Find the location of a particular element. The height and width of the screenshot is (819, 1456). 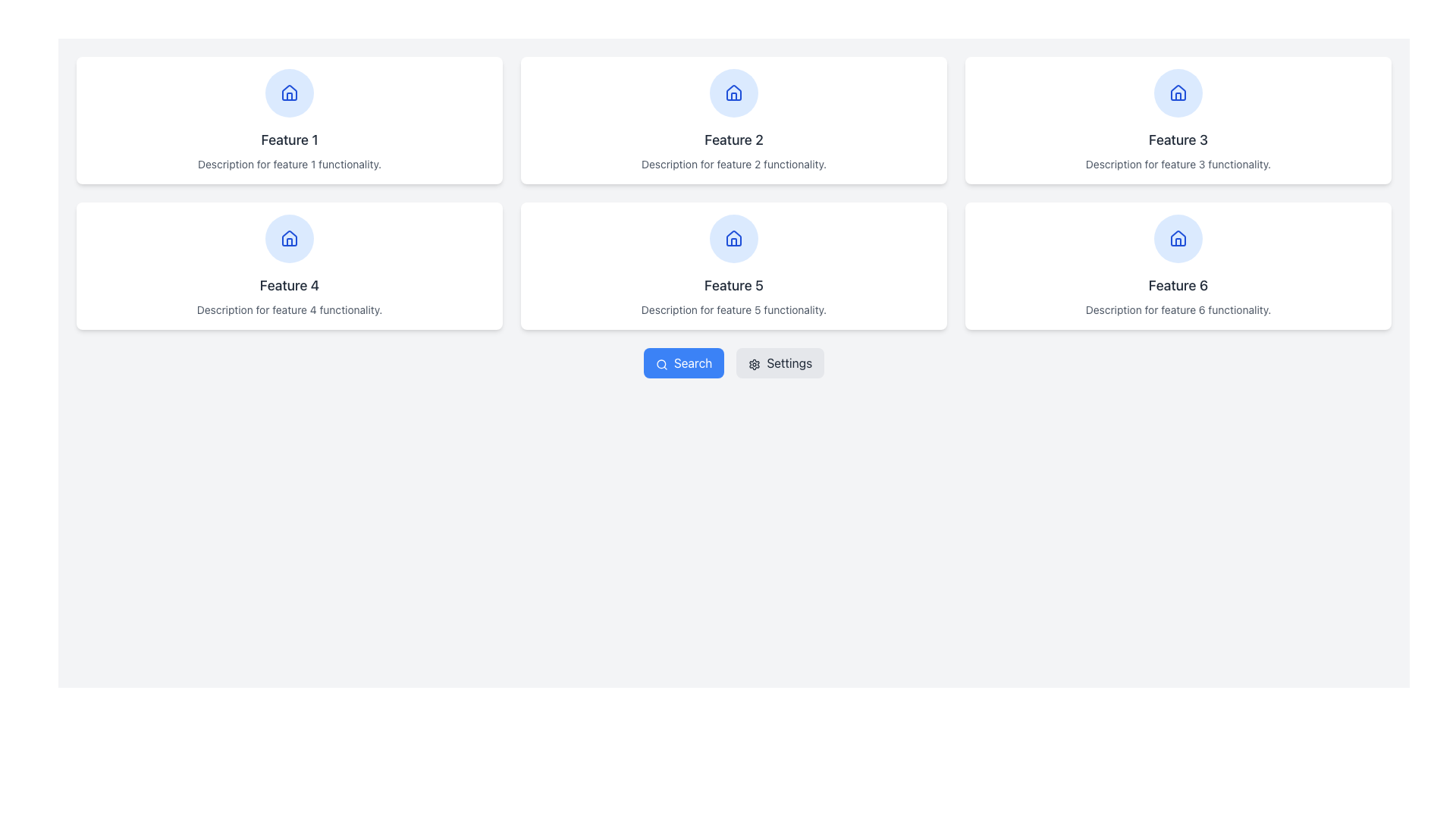

the text label displaying 'Description for feature 6 functionality.' which is located below the title 'Feature 6' in the bottom-right corner of the grid layout is located at coordinates (1178, 309).